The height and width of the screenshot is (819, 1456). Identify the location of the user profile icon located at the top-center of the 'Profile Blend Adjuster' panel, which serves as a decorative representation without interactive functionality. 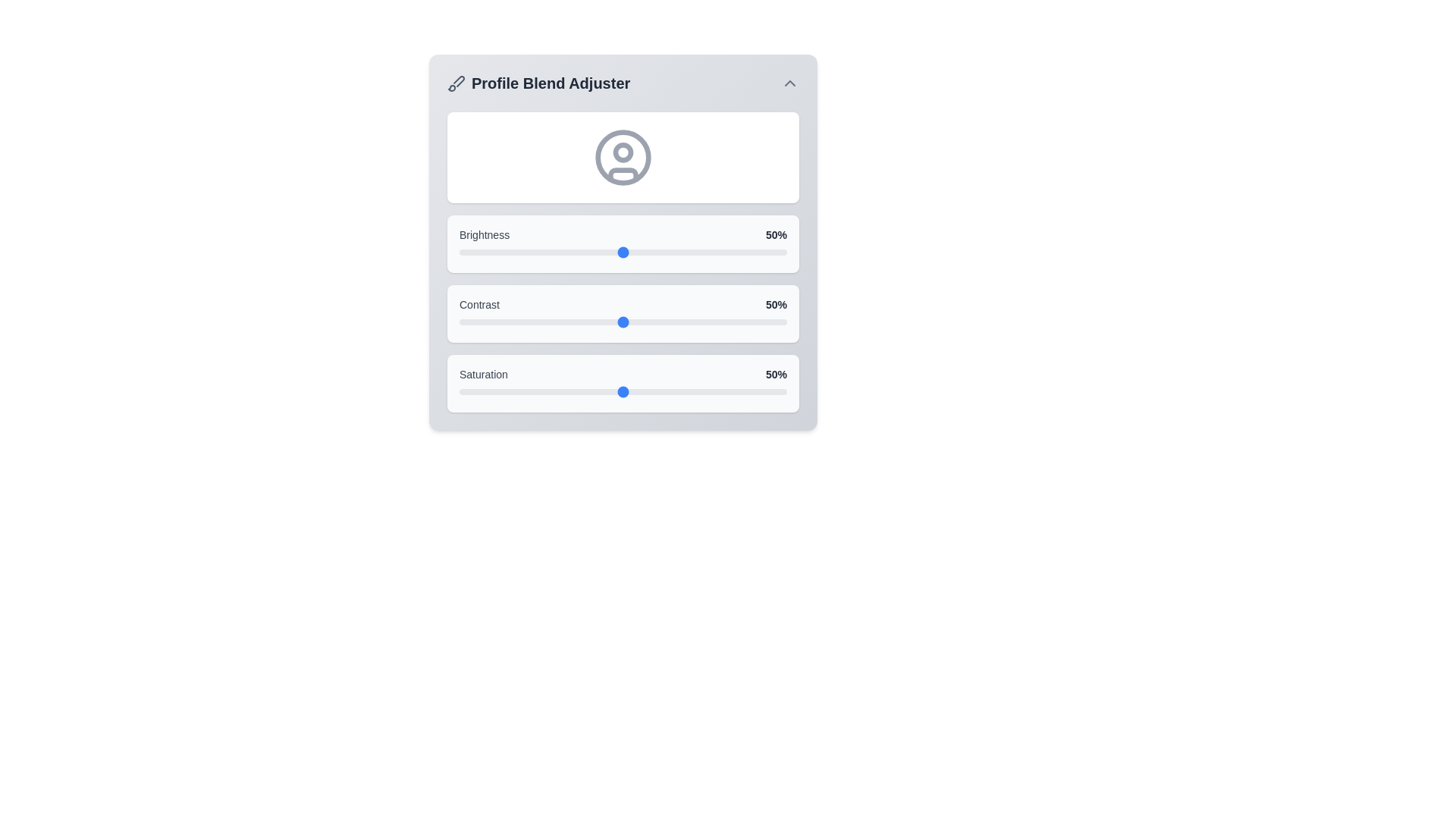
(623, 158).